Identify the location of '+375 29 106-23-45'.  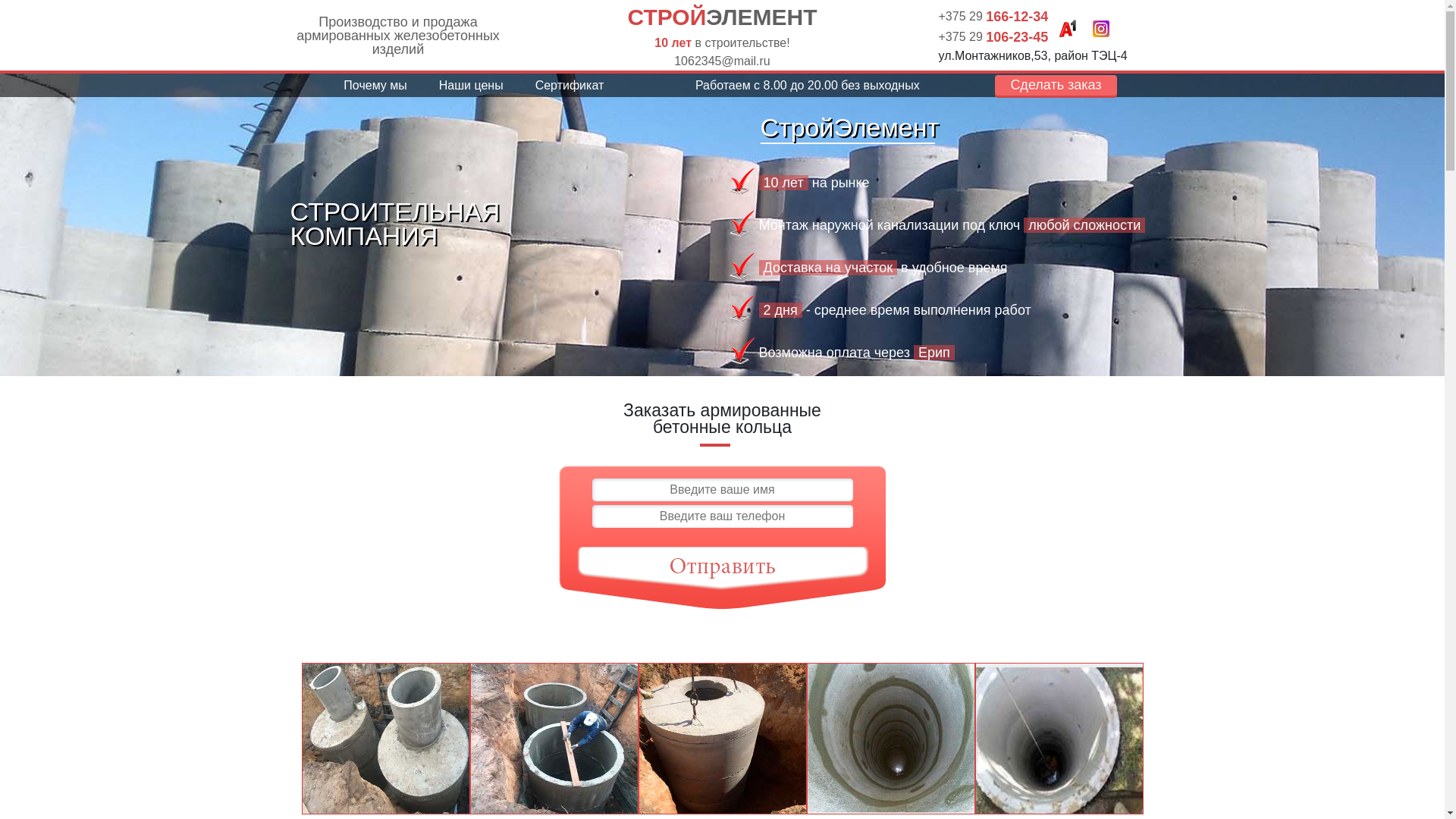
(993, 35).